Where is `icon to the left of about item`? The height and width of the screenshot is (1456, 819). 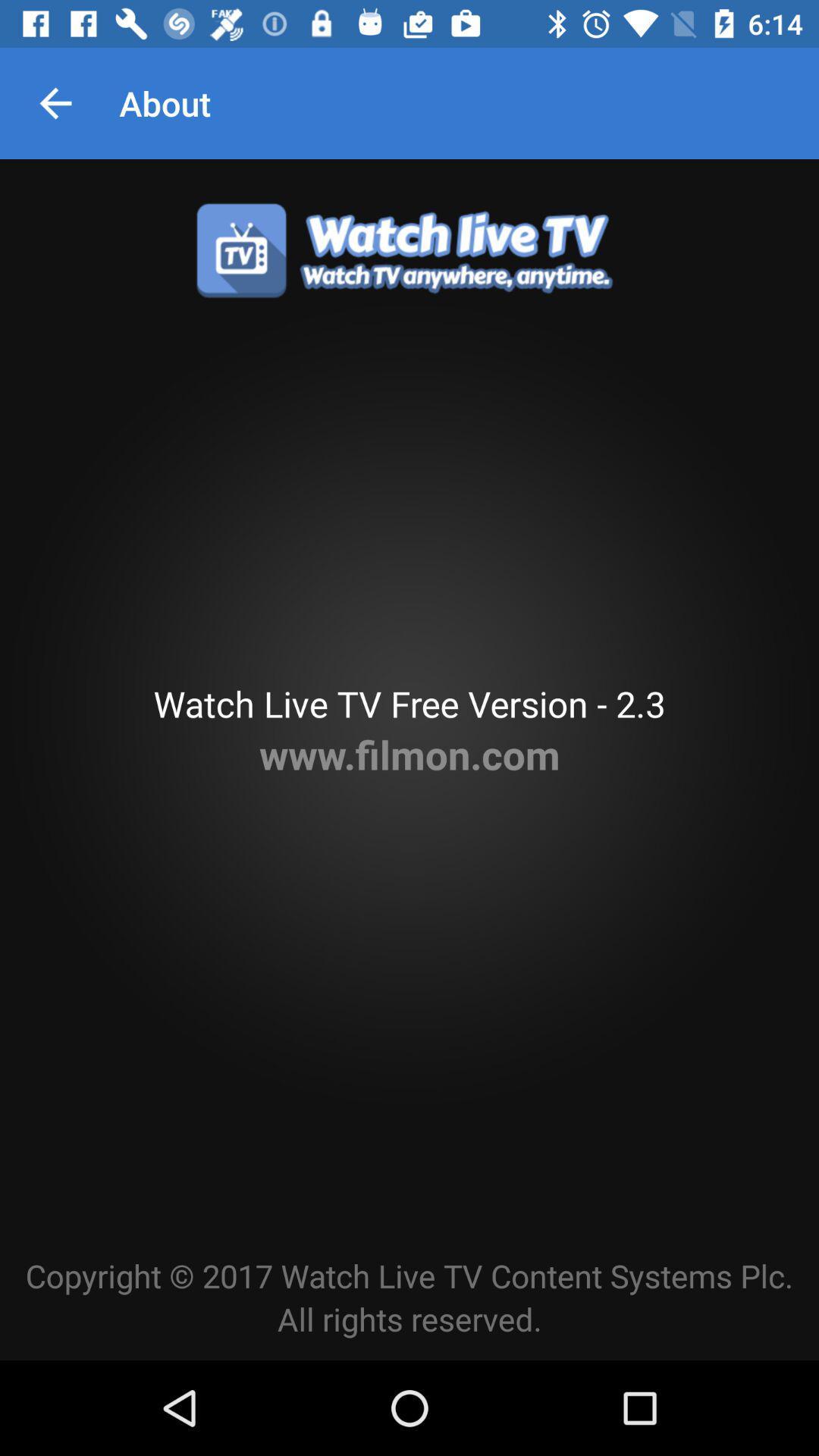
icon to the left of about item is located at coordinates (55, 102).